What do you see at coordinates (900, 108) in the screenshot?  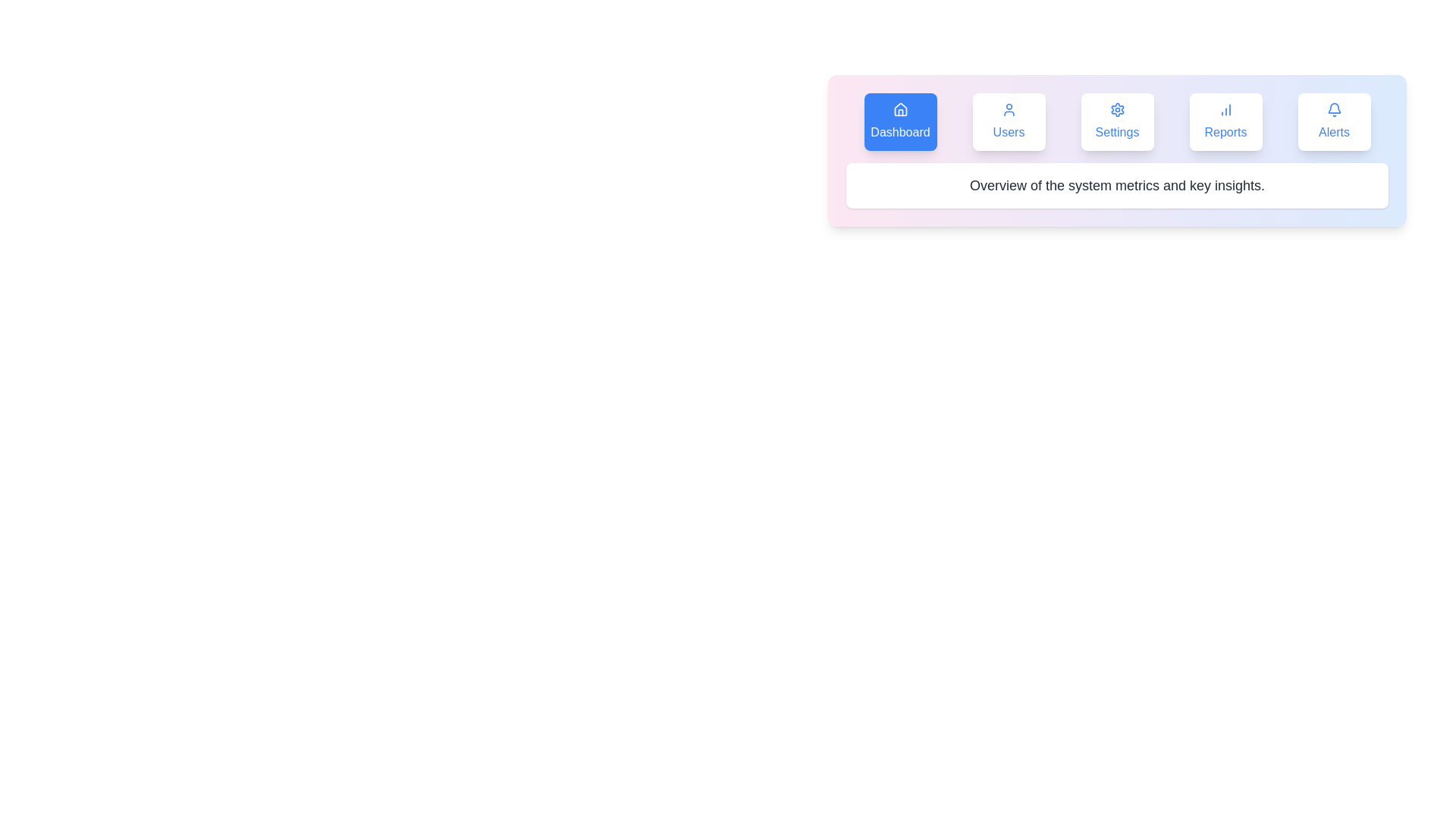 I see `the roof shape of the house-like icon that is part of the 'Dashboard' button in the top navigation bar` at bounding box center [900, 108].